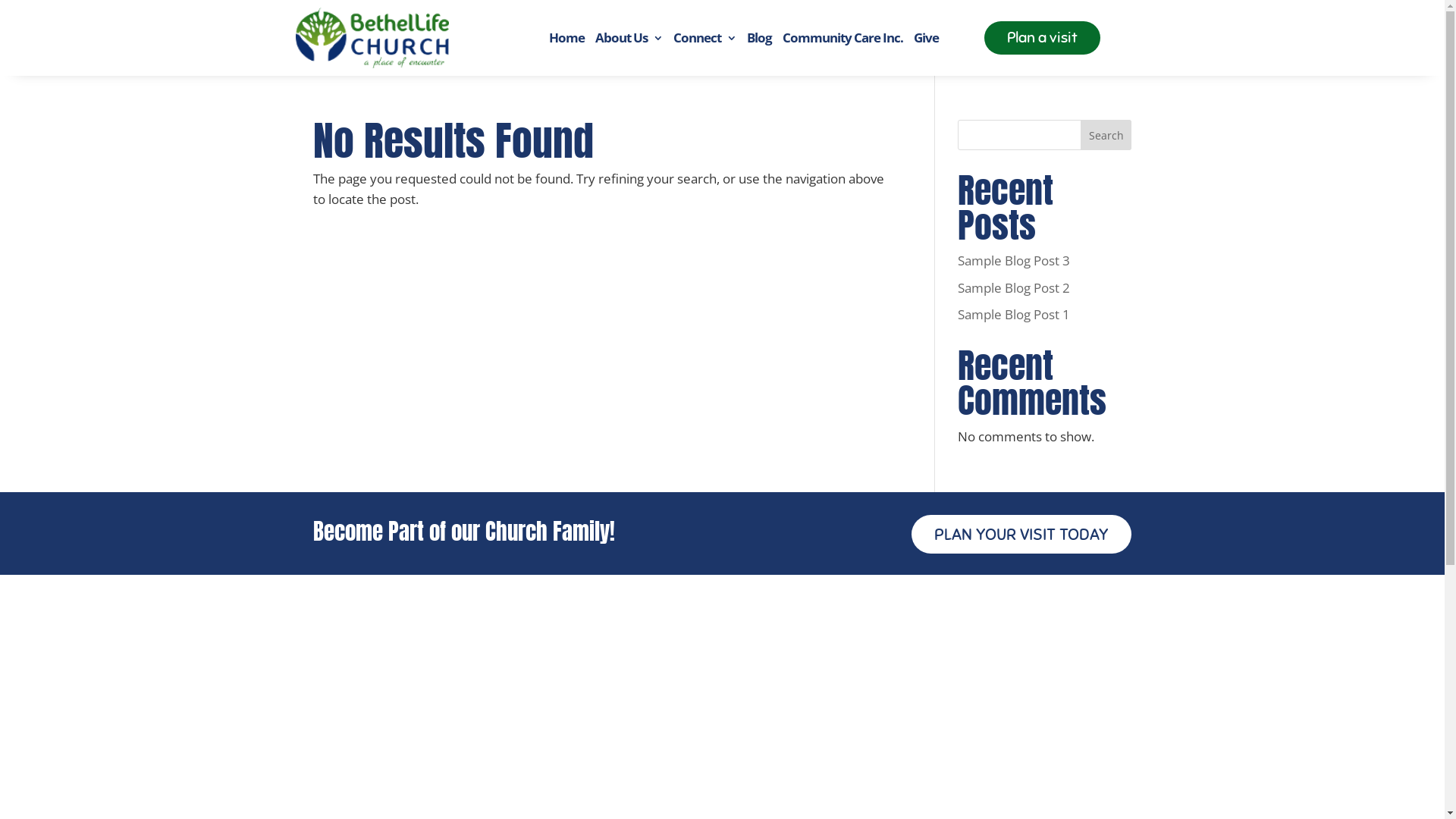 The image size is (1456, 819). Describe the element at coordinates (1080, 133) in the screenshot. I see `'Search'` at that location.